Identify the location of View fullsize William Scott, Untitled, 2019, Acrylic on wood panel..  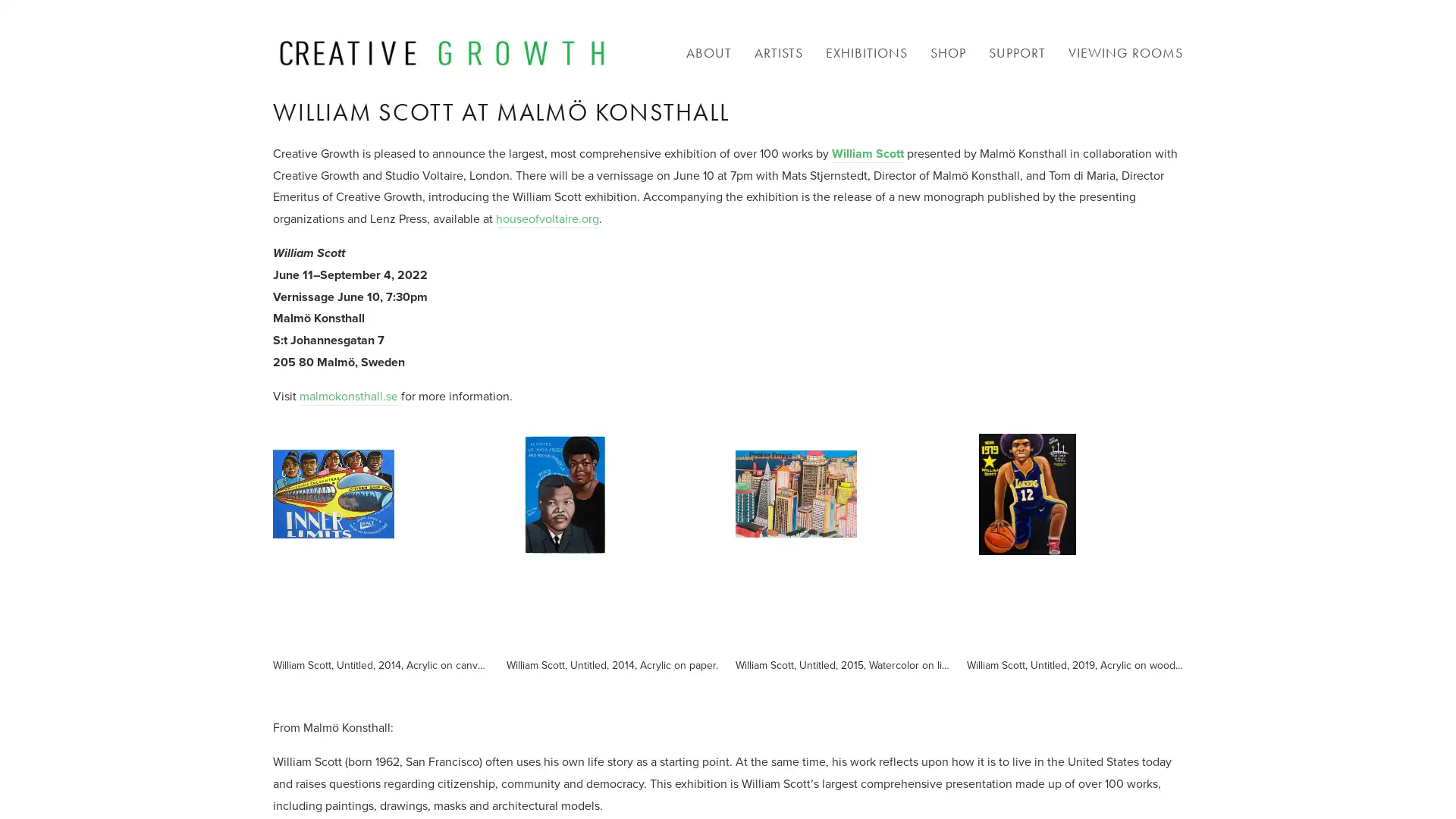
(1074, 540).